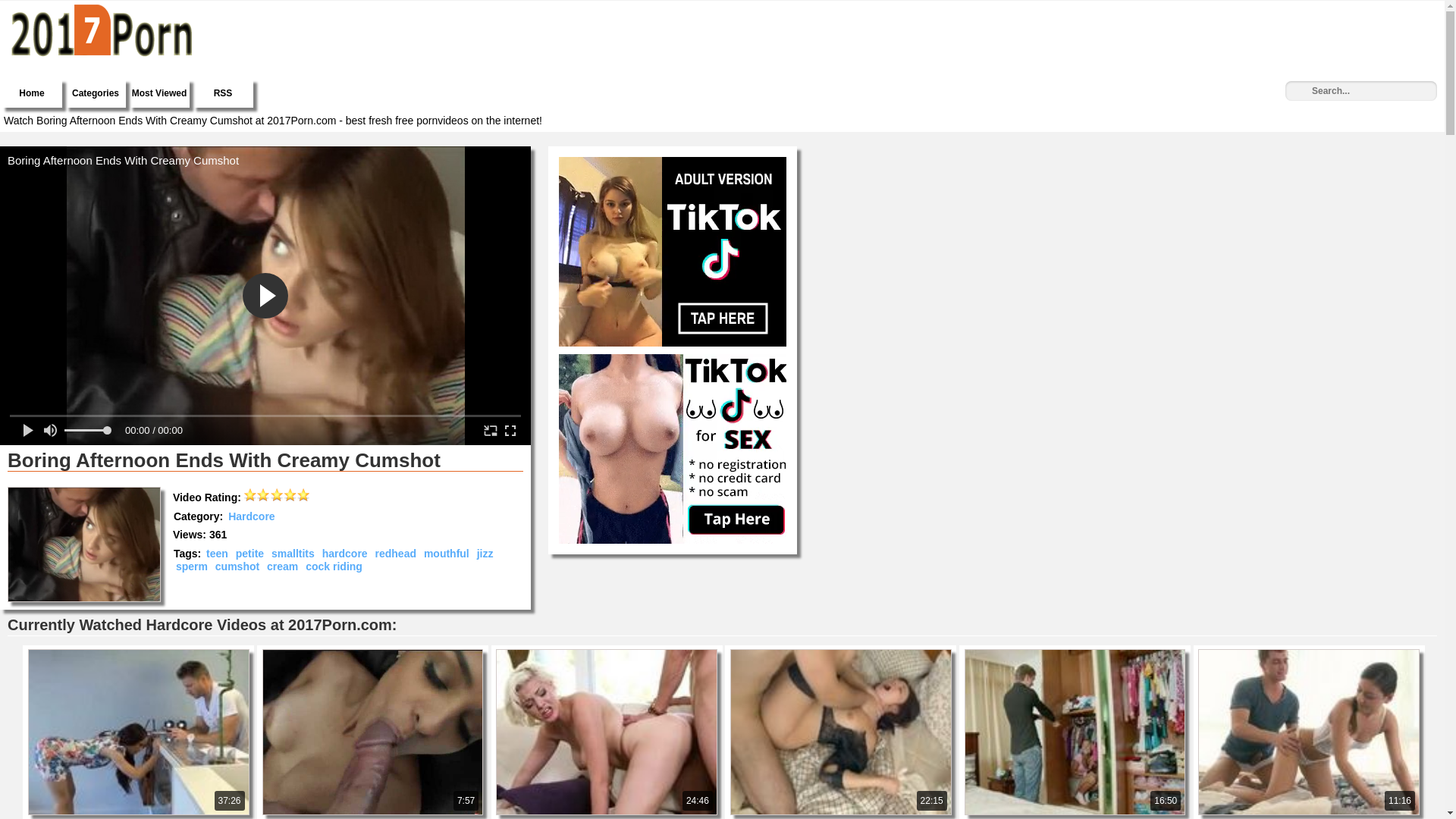 The image size is (1456, 819). I want to click on 'RSS', so click(221, 93).